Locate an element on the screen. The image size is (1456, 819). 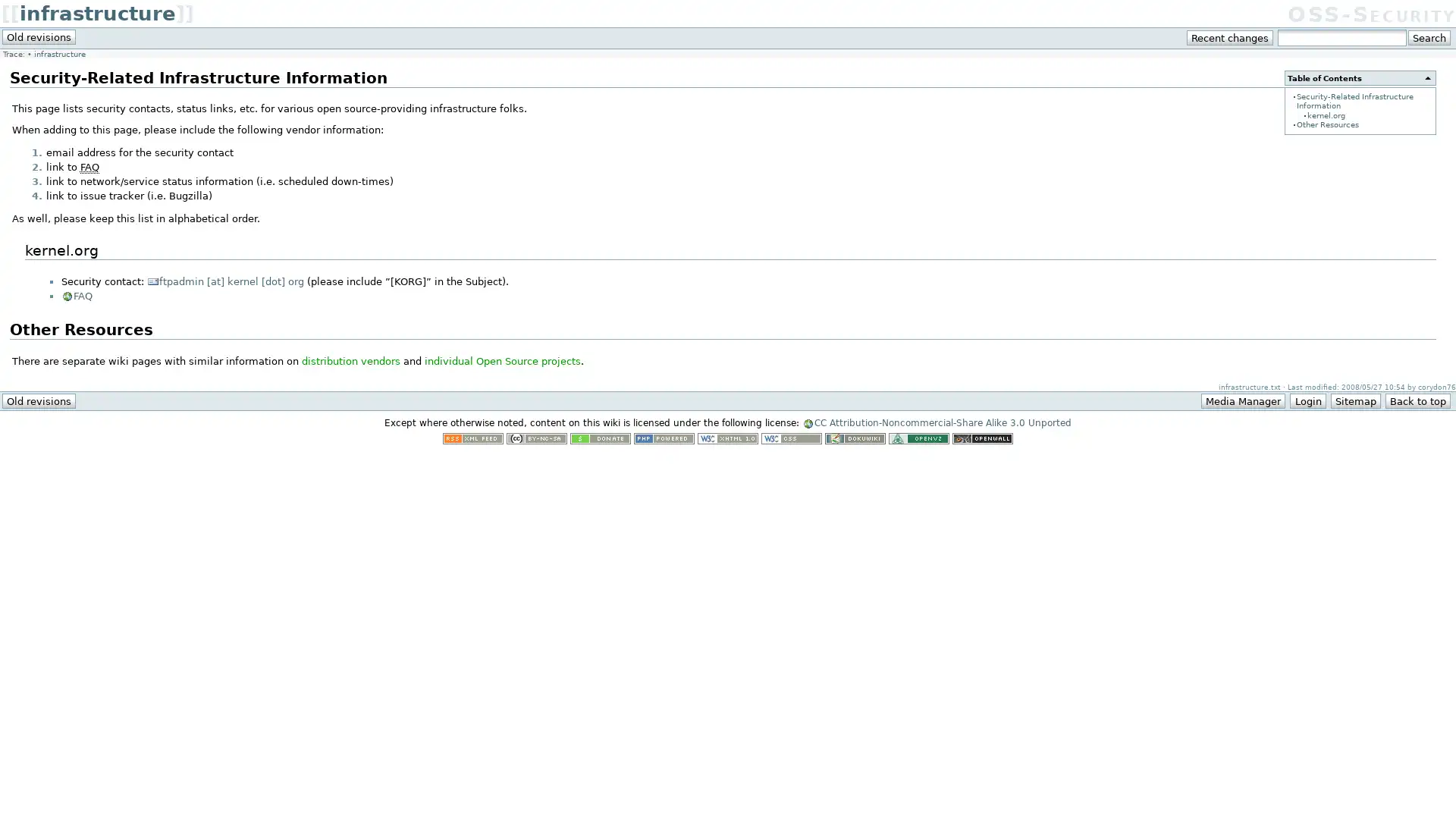
Media Manager is located at coordinates (1243, 400).